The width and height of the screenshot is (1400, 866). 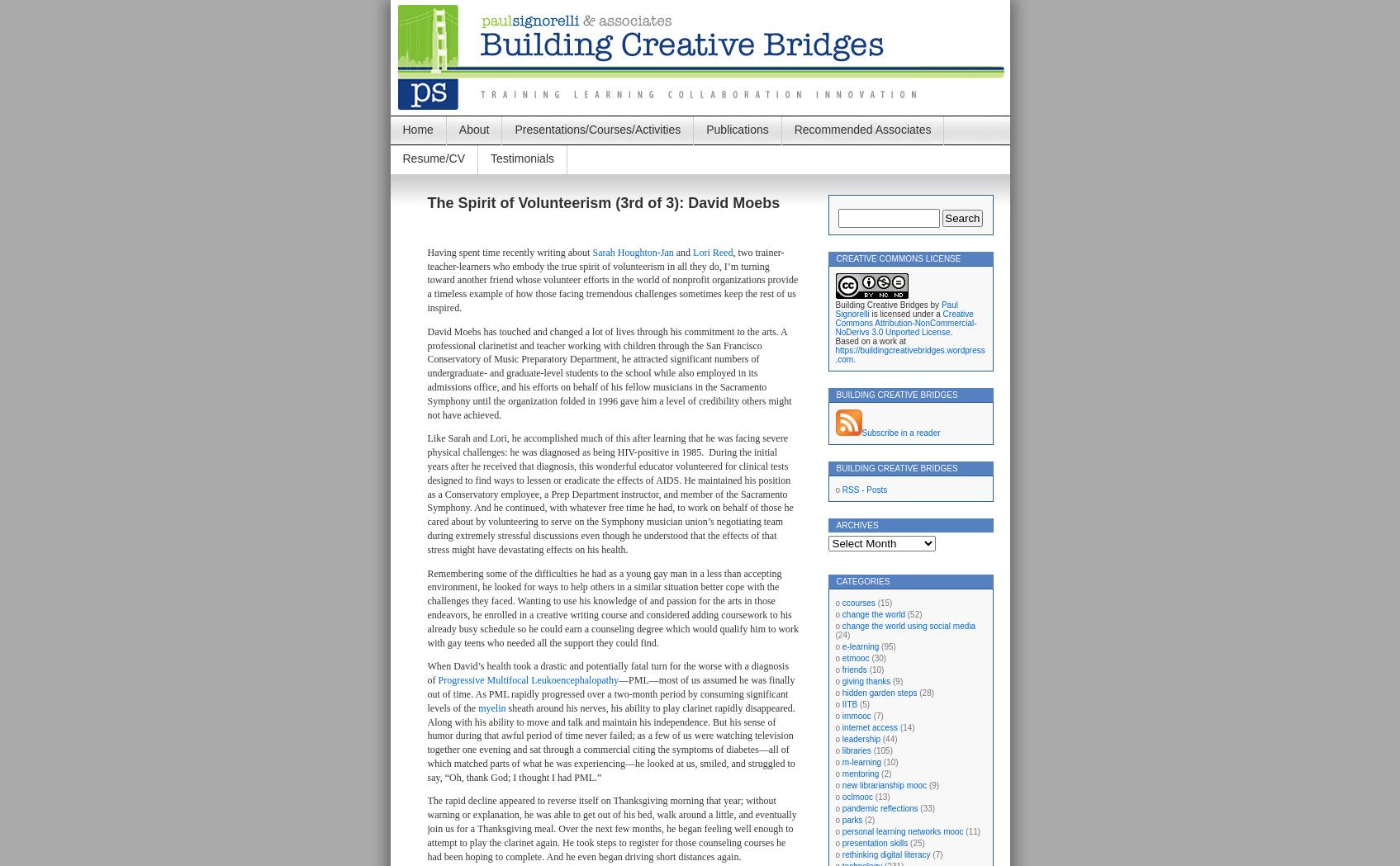 I want to click on 'friends', so click(x=841, y=669).